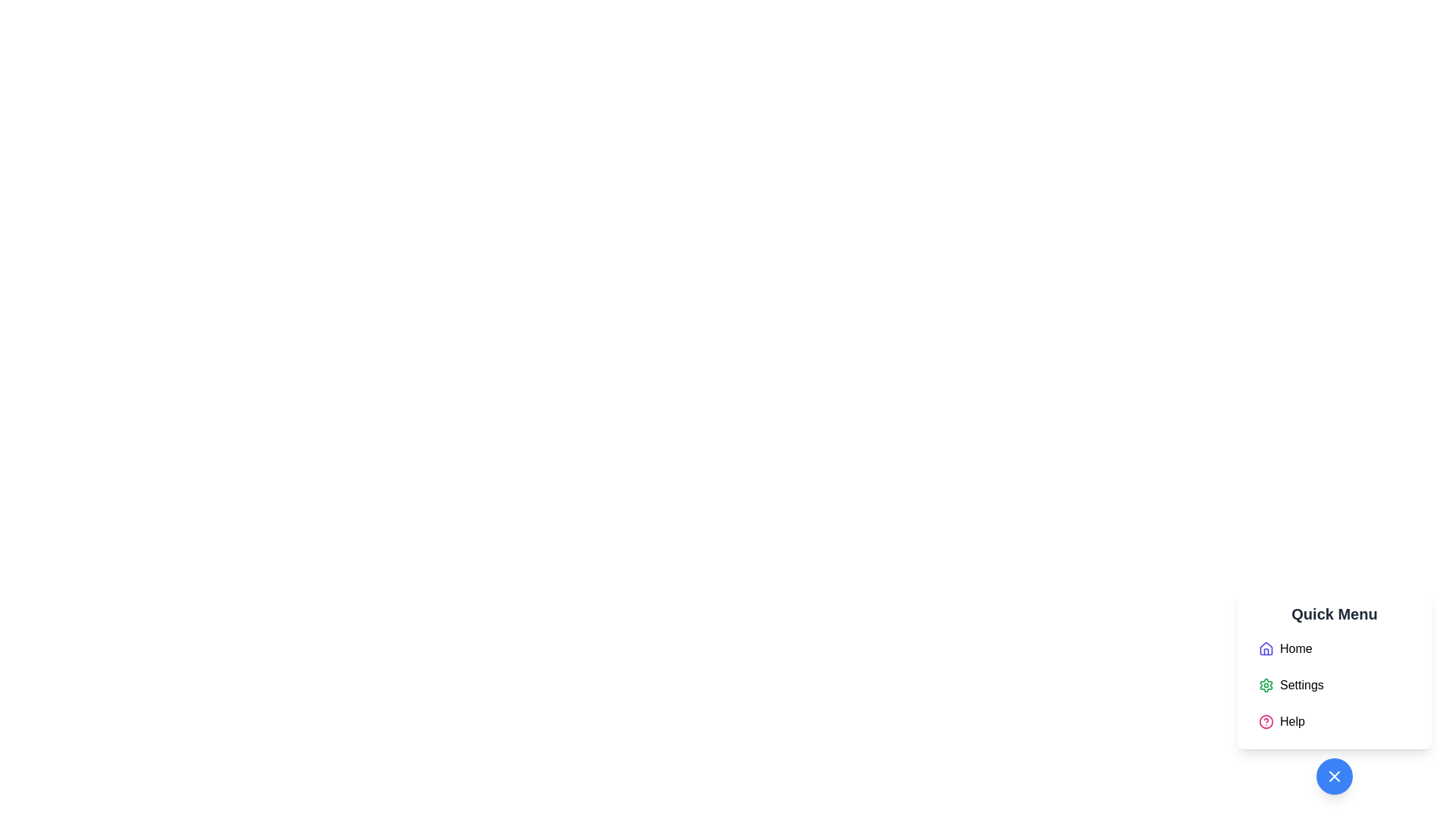 The height and width of the screenshot is (819, 1456). Describe the element at coordinates (1295, 648) in the screenshot. I see `the 'Home' text label` at that location.